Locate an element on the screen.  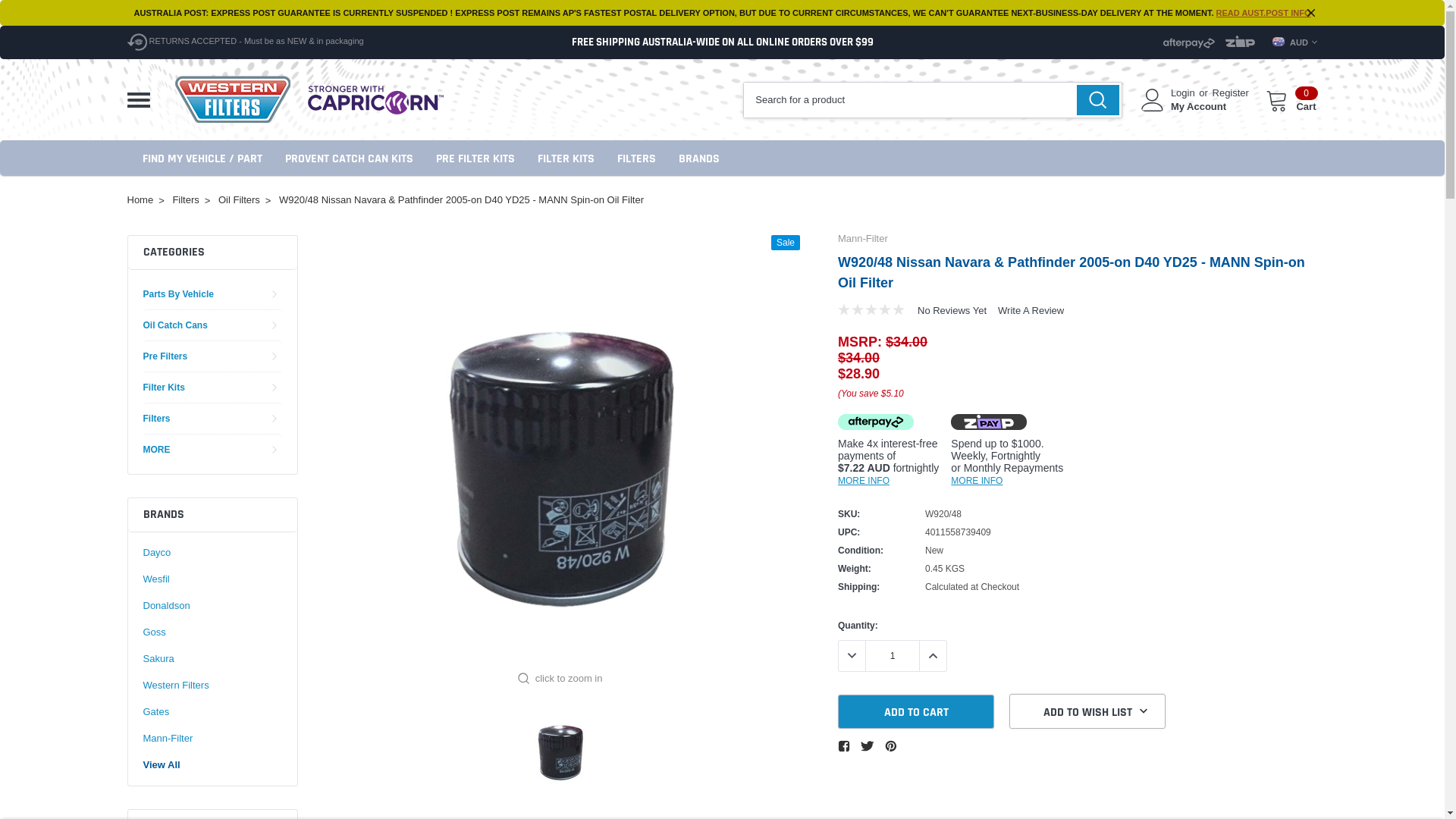
'Gates' is located at coordinates (155, 711).